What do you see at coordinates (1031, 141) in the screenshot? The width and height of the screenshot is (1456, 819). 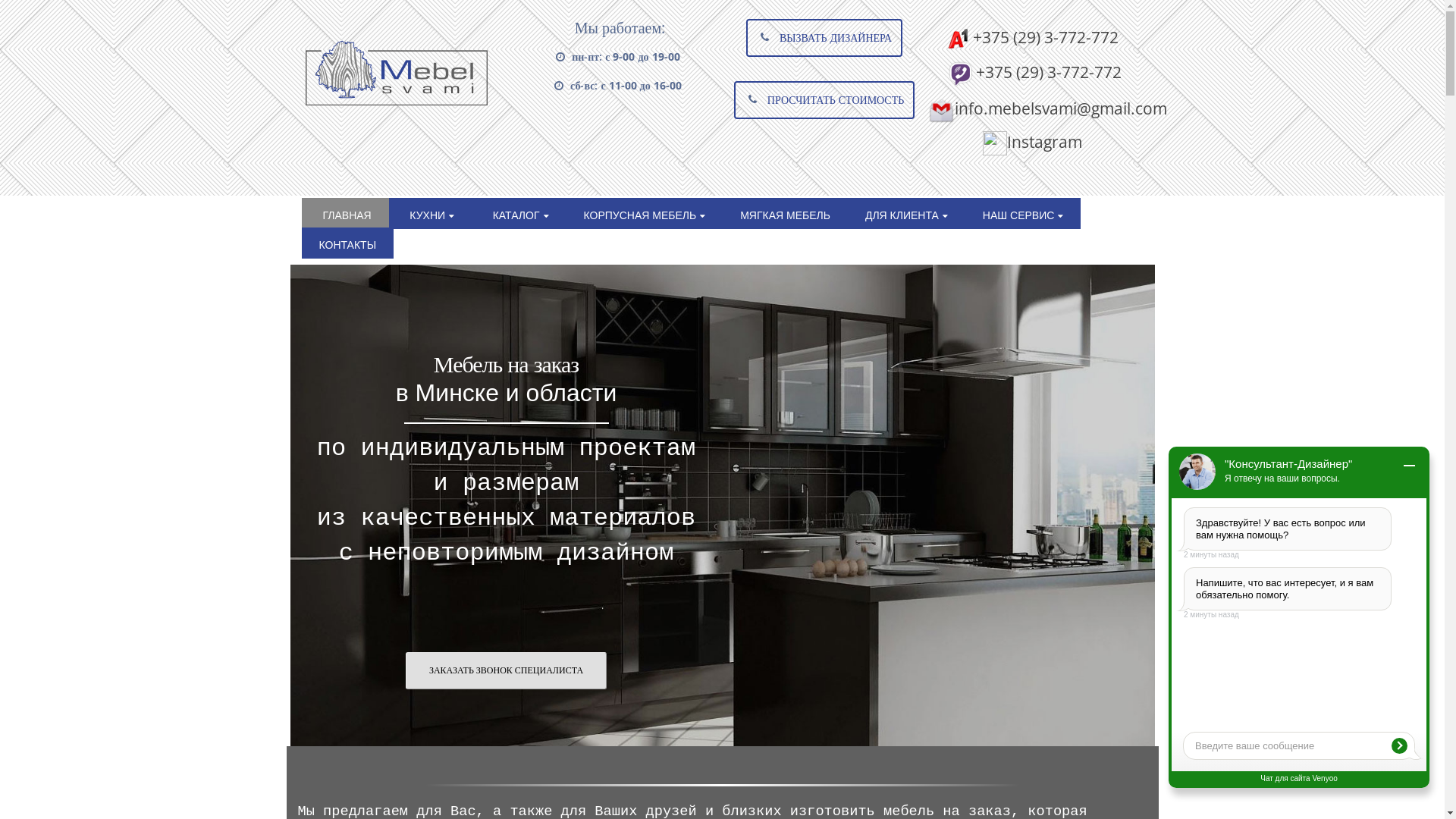 I see `'Instagram'` at bounding box center [1031, 141].